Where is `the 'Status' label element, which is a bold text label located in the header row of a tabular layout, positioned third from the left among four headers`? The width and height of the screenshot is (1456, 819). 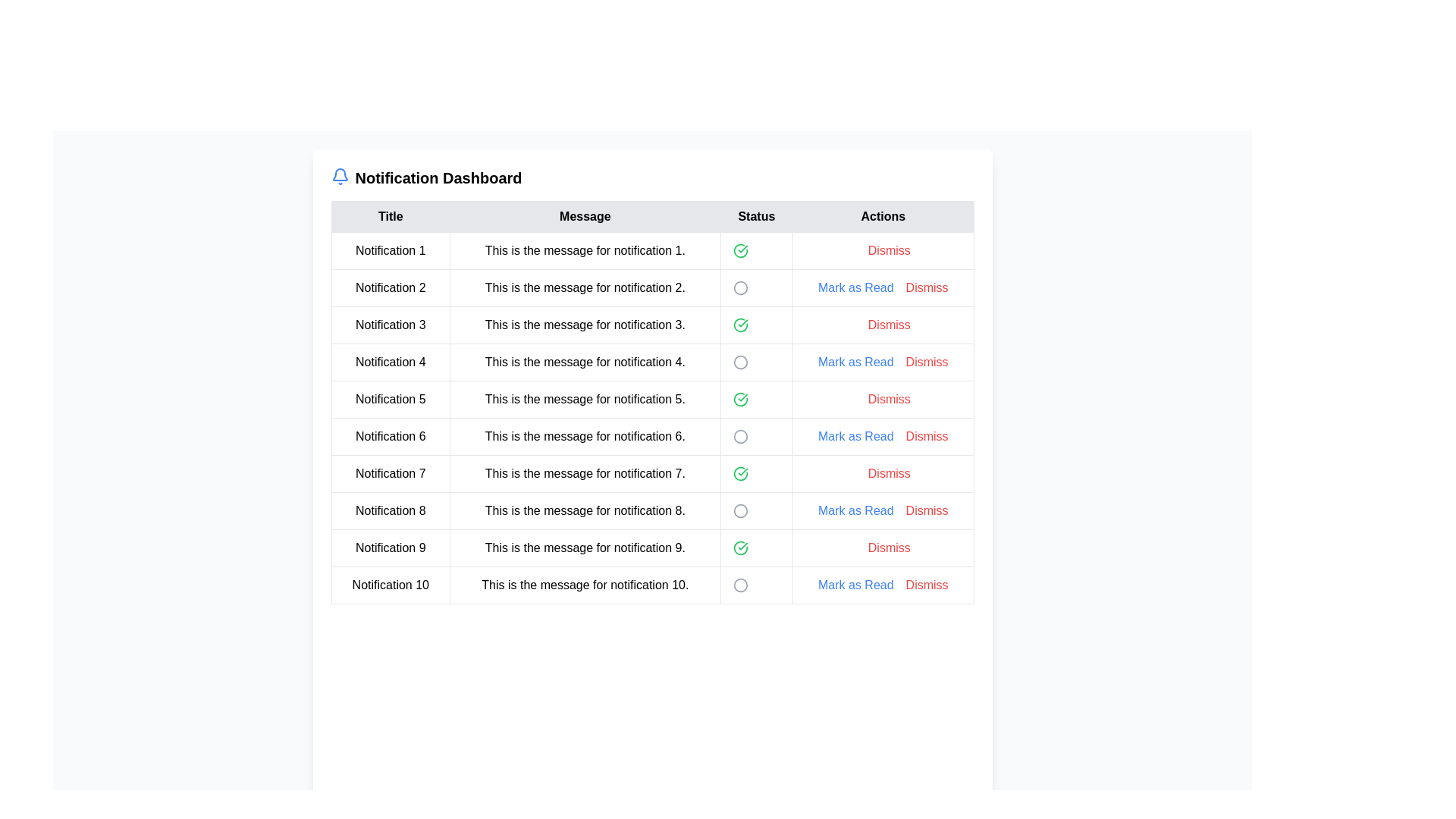
the 'Status' label element, which is a bold text label located in the header row of a tabular layout, positioned third from the left among four headers is located at coordinates (756, 216).